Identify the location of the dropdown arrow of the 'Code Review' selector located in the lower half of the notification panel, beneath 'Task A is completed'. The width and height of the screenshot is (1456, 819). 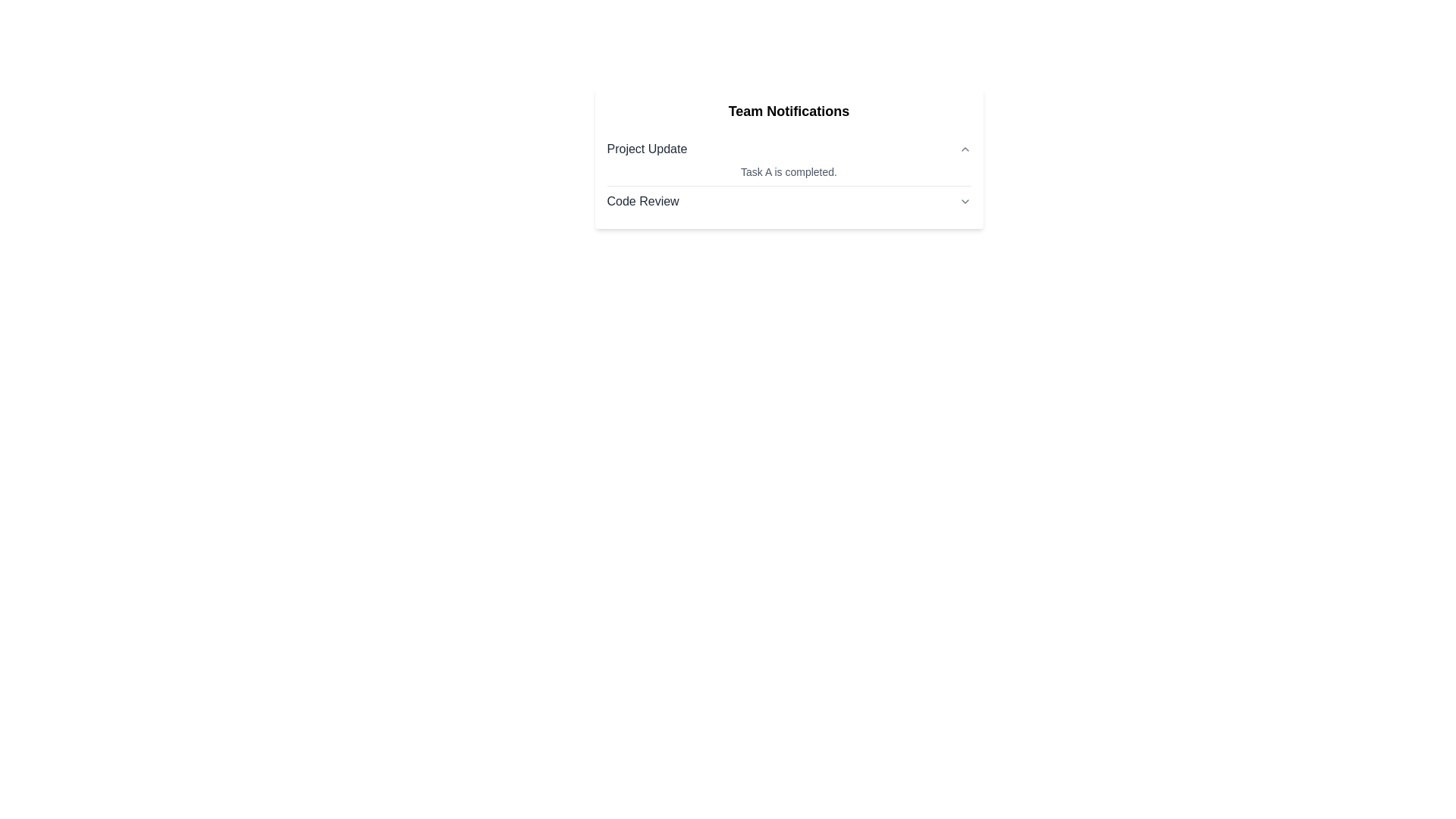
(789, 200).